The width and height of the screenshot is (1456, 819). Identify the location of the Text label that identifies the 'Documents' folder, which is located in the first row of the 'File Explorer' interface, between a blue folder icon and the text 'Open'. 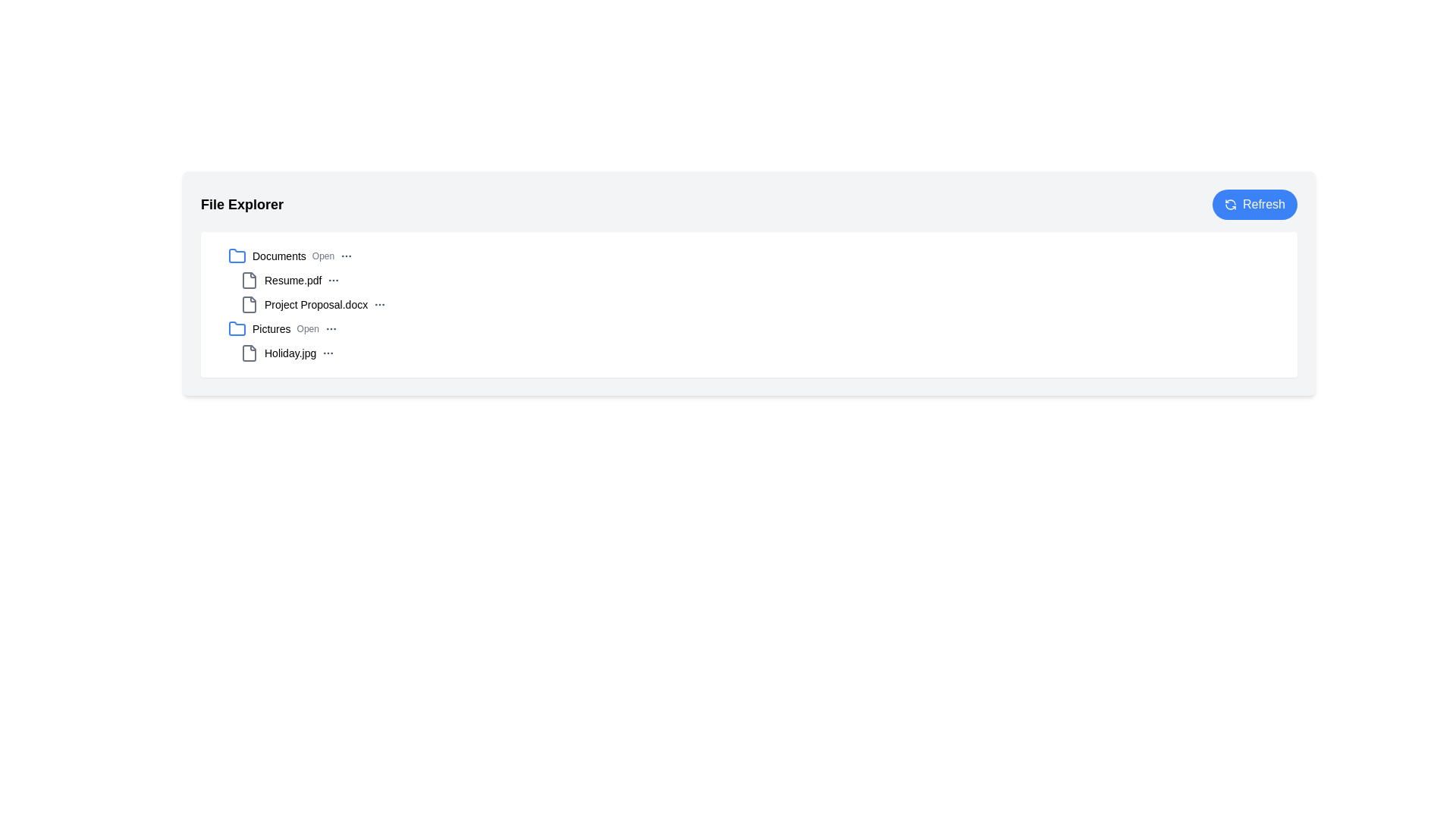
(279, 256).